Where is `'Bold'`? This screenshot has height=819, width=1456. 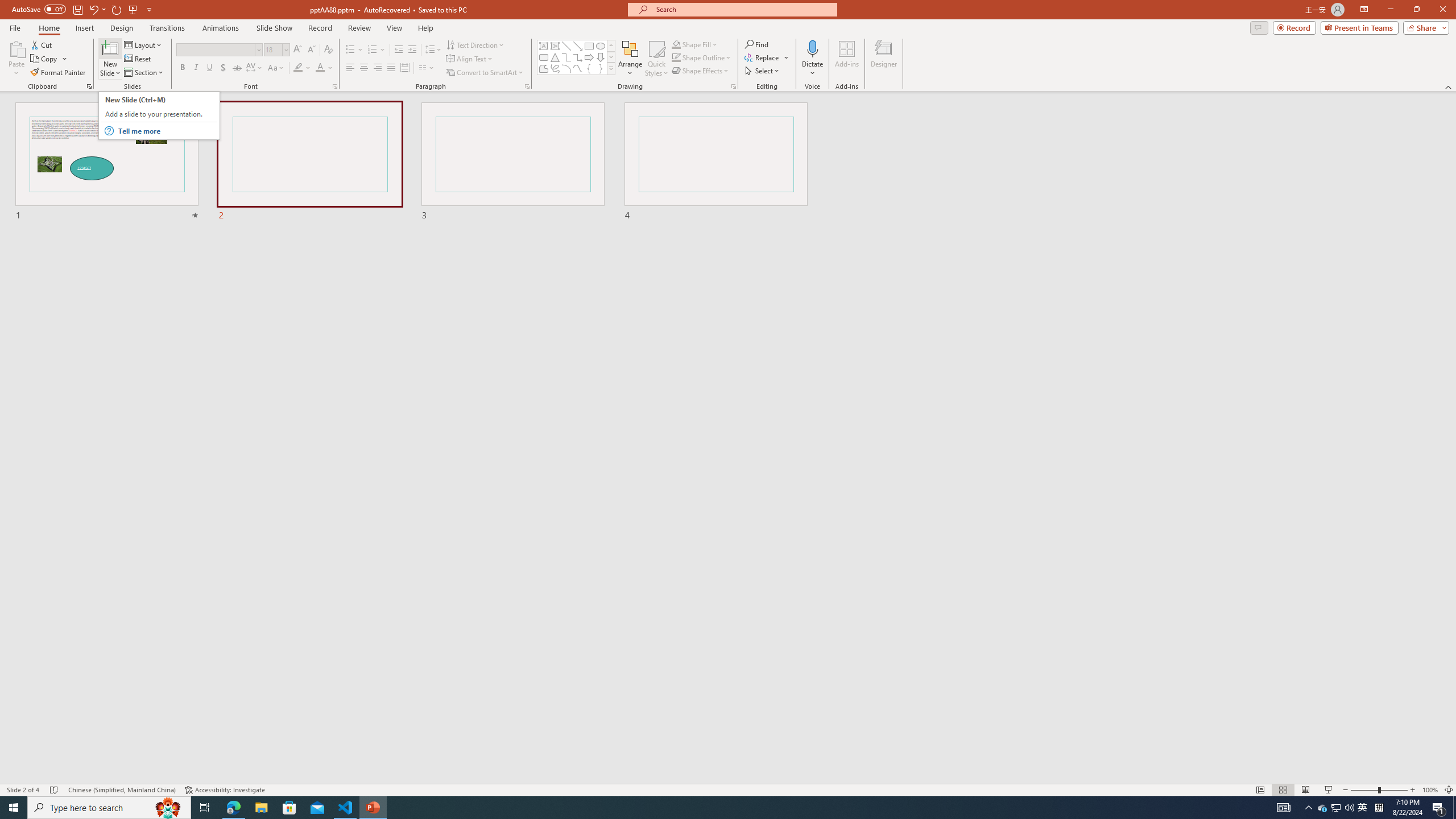
'Bold' is located at coordinates (183, 67).